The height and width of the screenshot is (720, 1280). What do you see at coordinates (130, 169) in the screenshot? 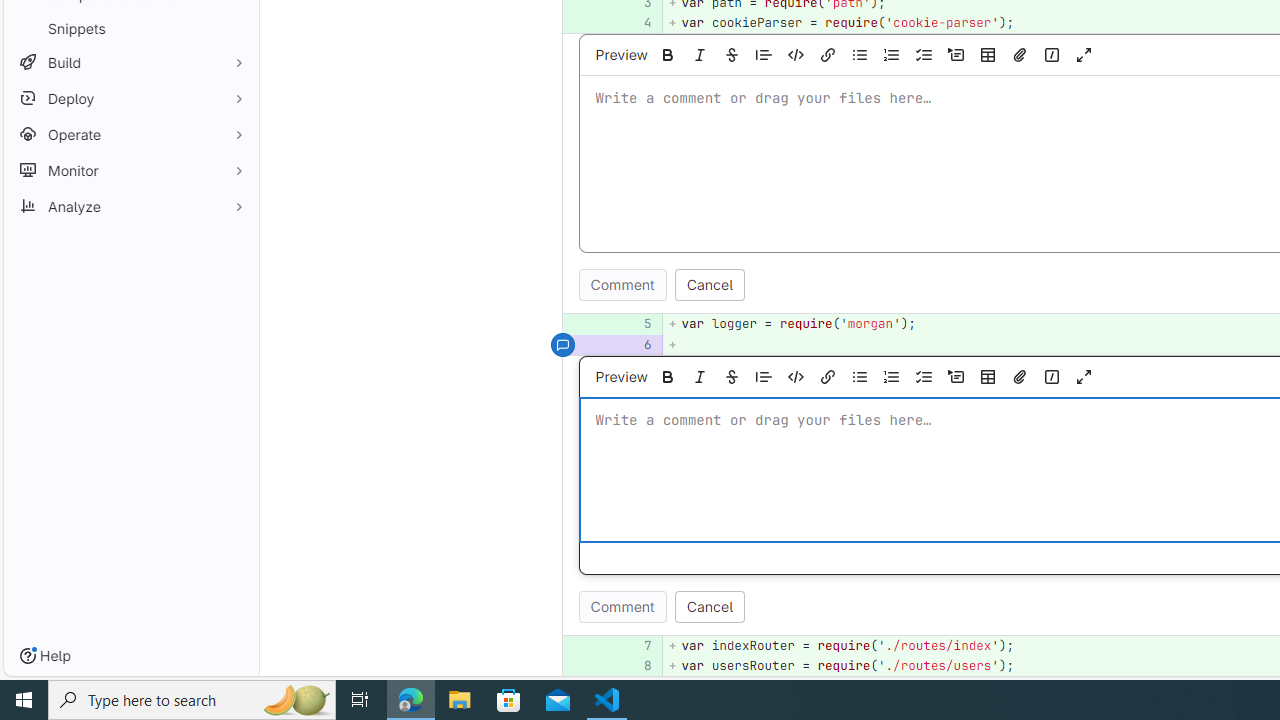
I see `'Monitor'` at bounding box center [130, 169].